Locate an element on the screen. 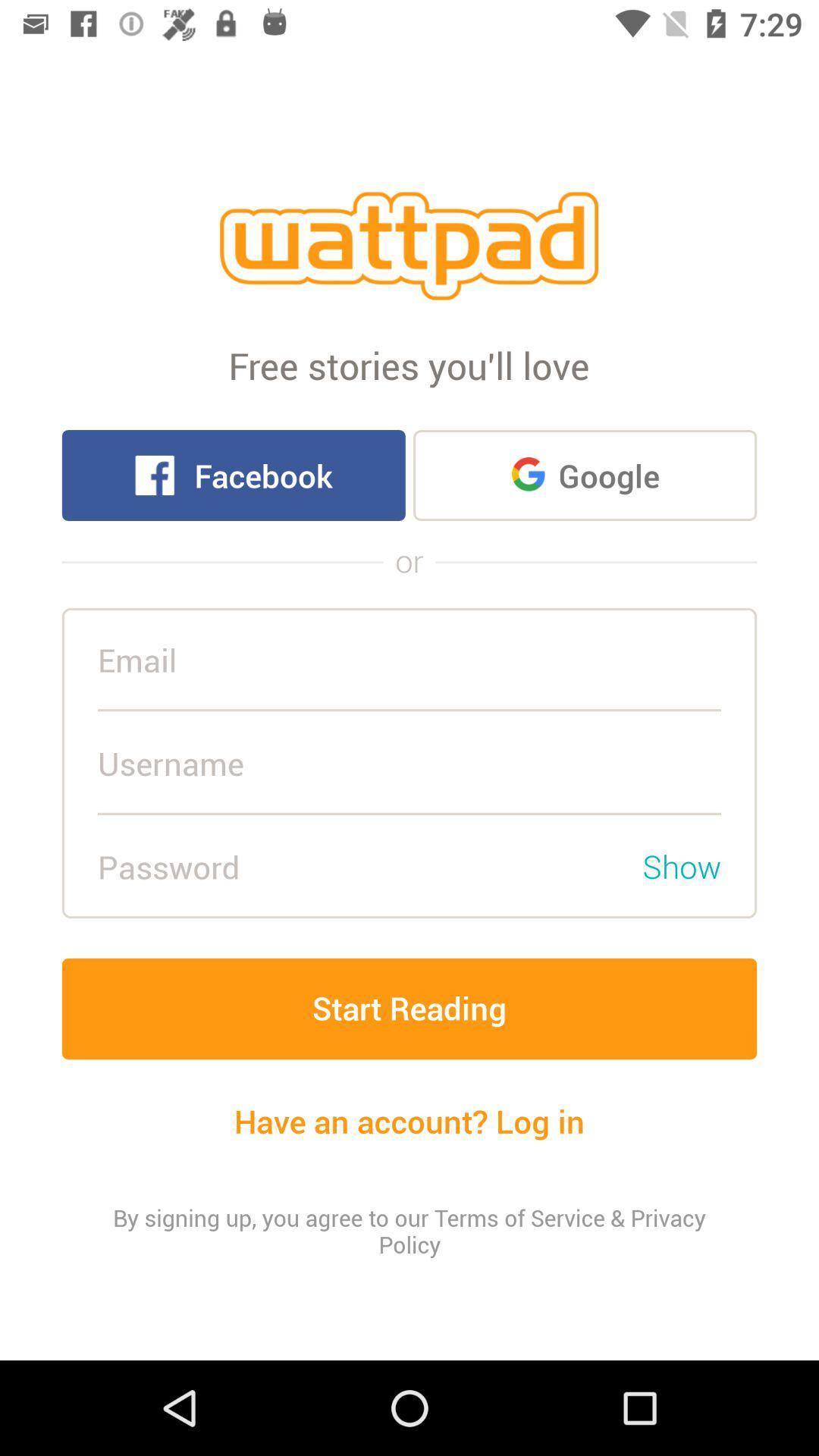  the password field is located at coordinates (364, 867).